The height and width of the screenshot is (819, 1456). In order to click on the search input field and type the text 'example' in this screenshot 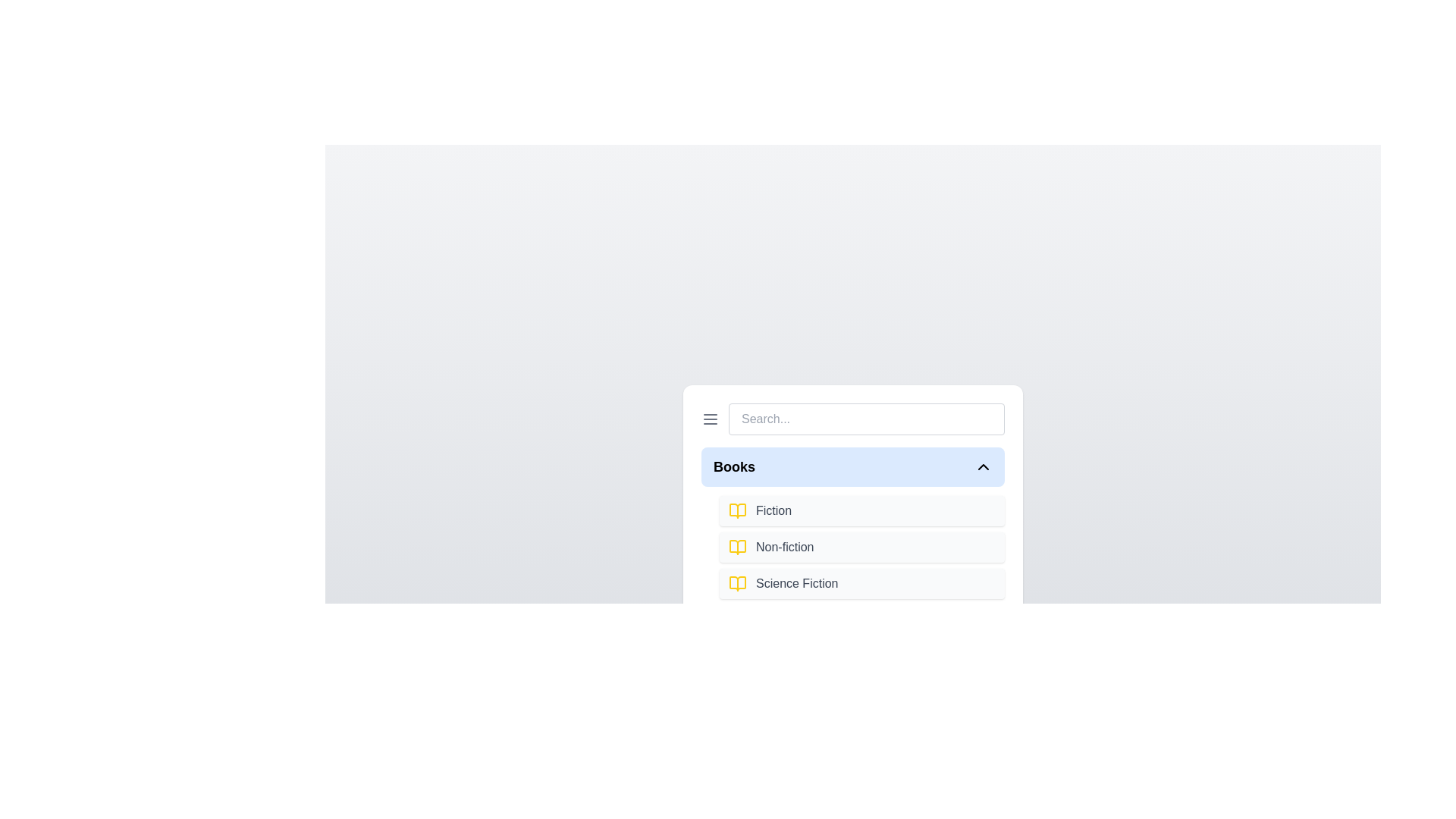, I will do `click(866, 419)`.